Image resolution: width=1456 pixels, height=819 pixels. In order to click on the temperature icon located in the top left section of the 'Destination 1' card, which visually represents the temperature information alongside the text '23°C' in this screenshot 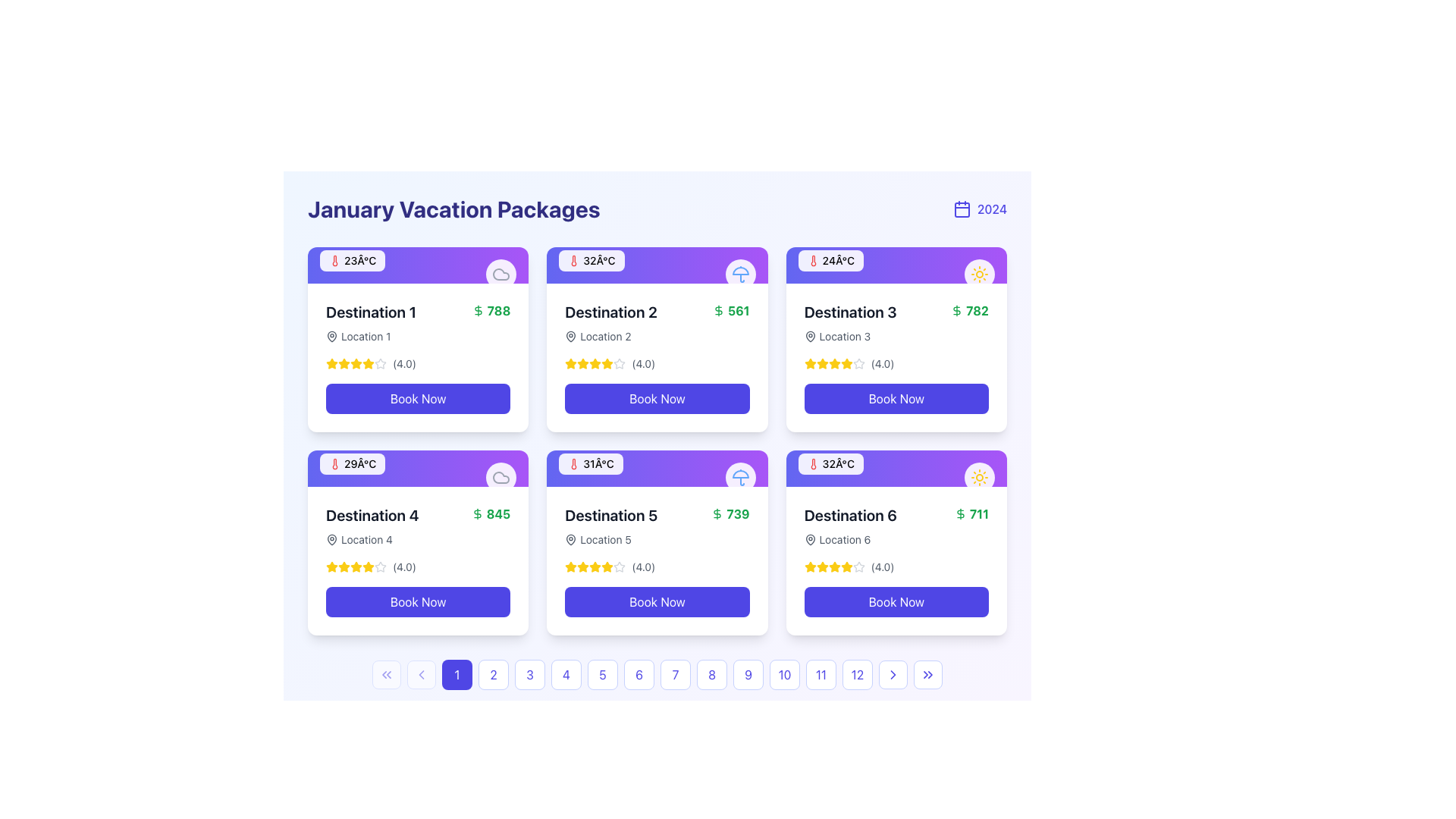, I will do `click(334, 259)`.